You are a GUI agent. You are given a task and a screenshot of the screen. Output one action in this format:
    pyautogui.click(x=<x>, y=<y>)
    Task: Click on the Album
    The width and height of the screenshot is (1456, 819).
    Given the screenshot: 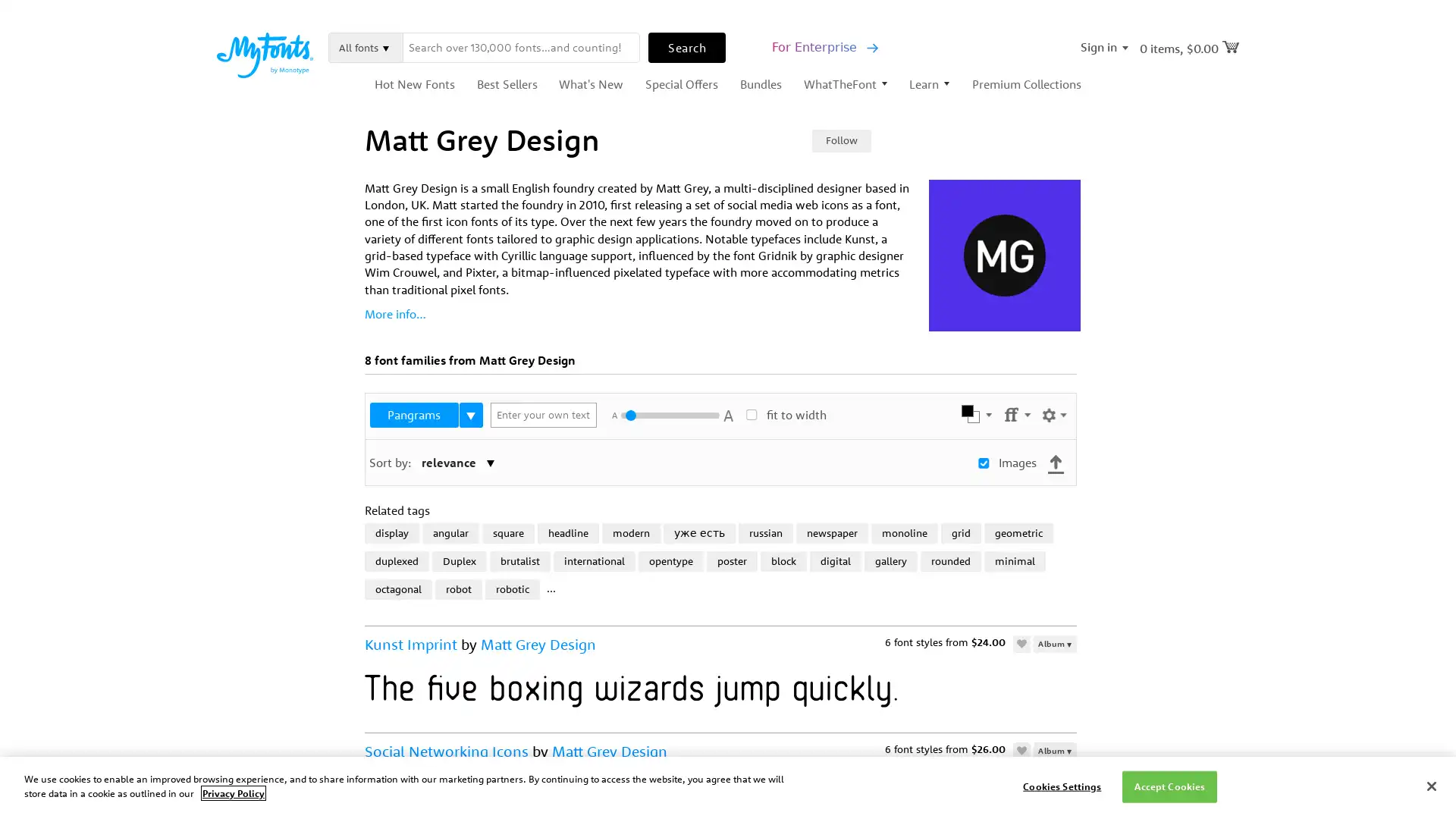 What is the action you would take?
    pyautogui.click(x=1054, y=643)
    